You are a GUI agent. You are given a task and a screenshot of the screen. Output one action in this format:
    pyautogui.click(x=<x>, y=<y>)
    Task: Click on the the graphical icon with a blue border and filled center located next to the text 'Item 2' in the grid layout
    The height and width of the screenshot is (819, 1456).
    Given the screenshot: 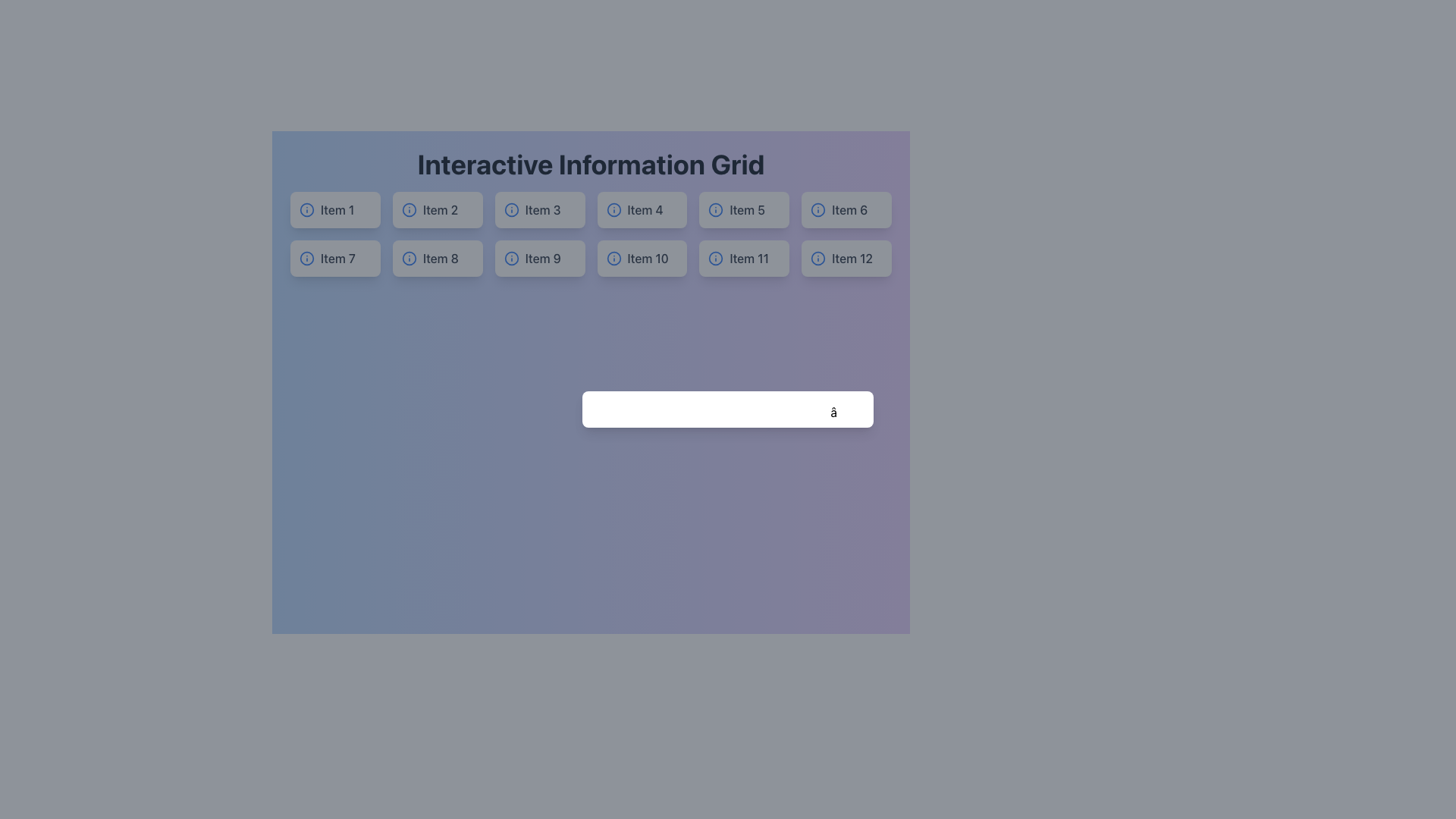 What is the action you would take?
    pyautogui.click(x=409, y=210)
    